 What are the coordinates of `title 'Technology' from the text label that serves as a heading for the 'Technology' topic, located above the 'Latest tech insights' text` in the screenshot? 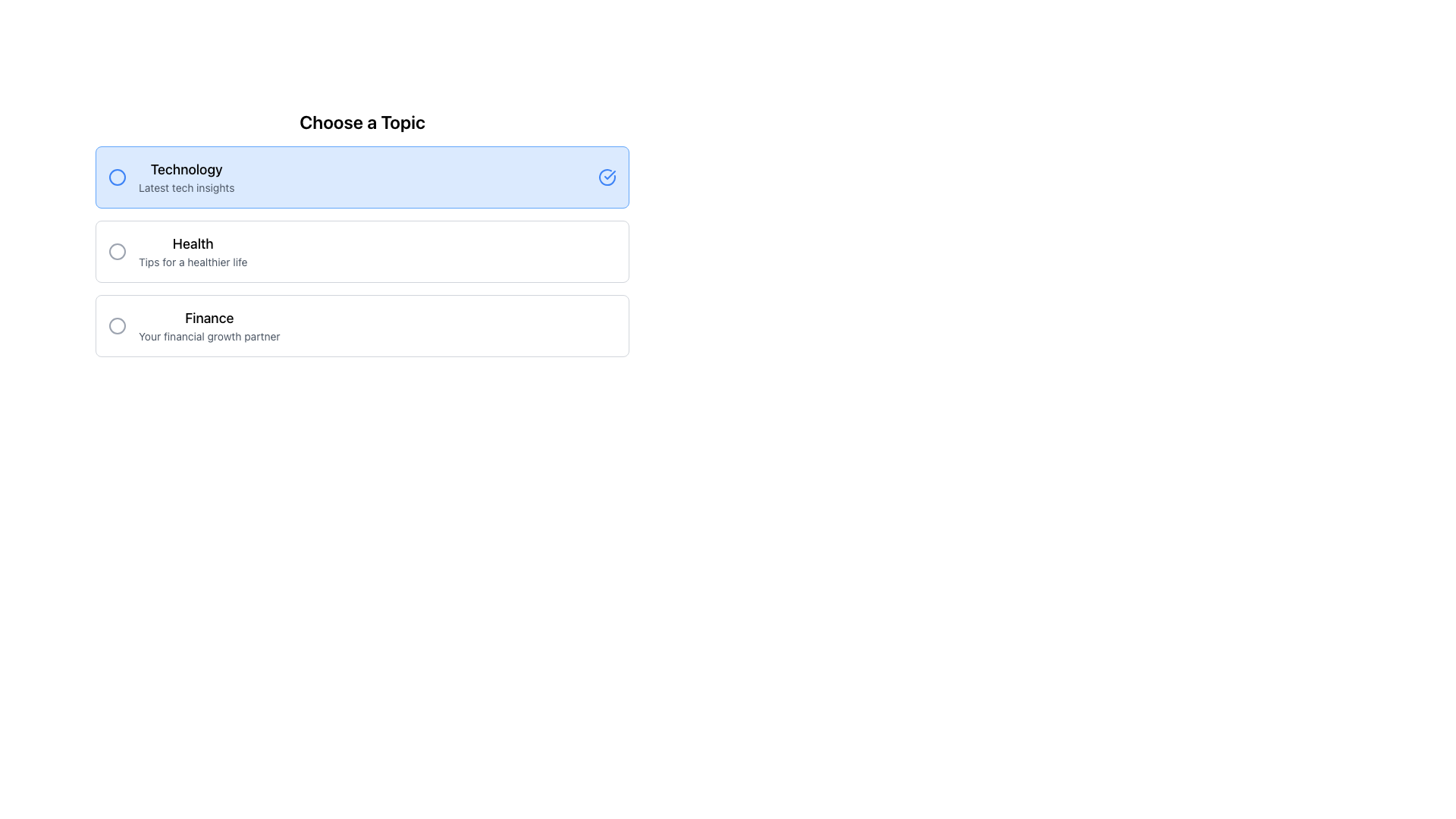 It's located at (186, 169).